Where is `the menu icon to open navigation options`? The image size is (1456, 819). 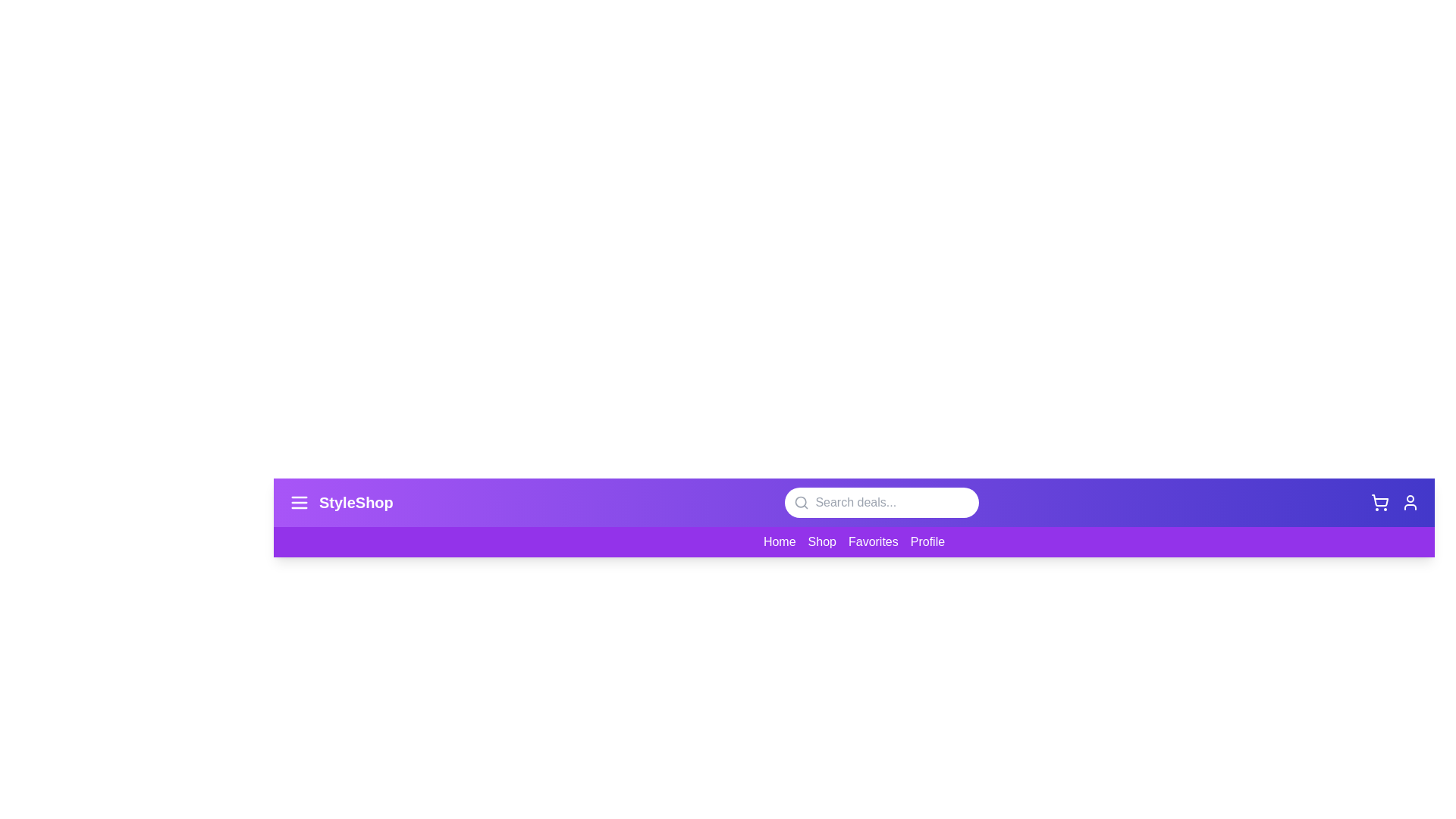
the menu icon to open navigation options is located at coordinates (299, 503).